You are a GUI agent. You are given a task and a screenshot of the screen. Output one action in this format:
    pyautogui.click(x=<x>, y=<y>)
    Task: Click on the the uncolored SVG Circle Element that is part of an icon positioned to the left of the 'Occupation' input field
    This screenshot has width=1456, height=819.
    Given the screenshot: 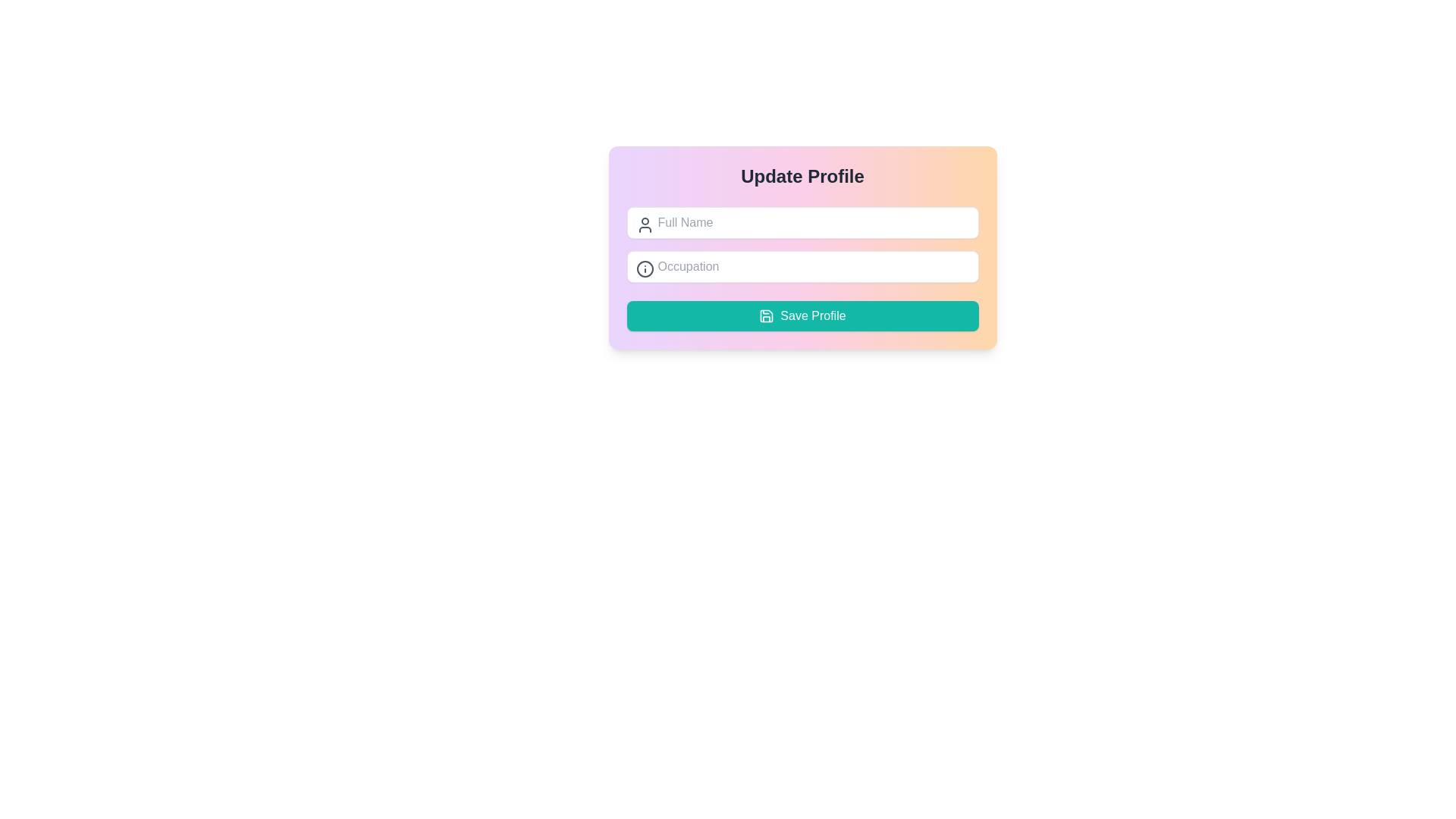 What is the action you would take?
    pyautogui.click(x=645, y=268)
    